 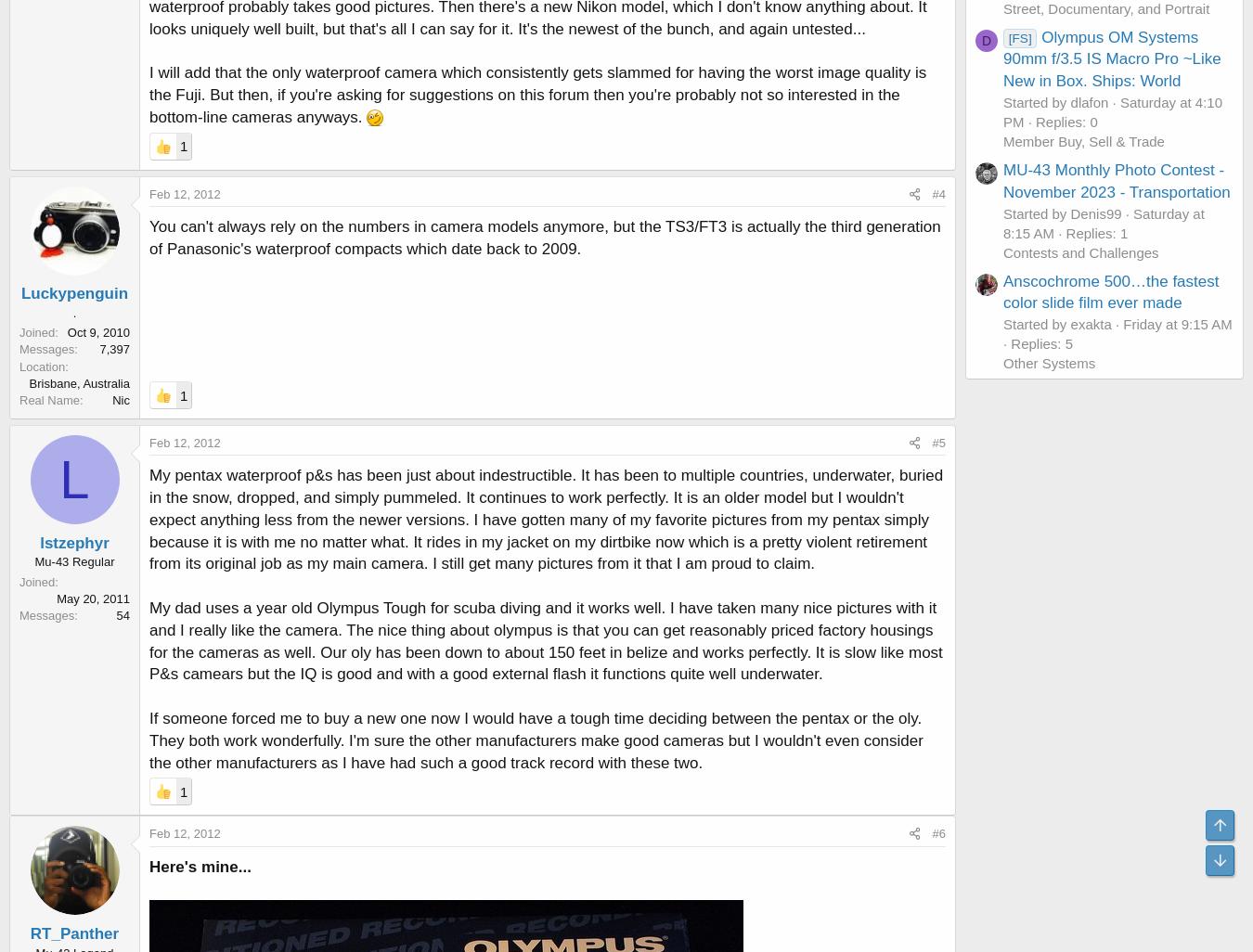 I want to click on 'Real Name', so click(x=48, y=399).